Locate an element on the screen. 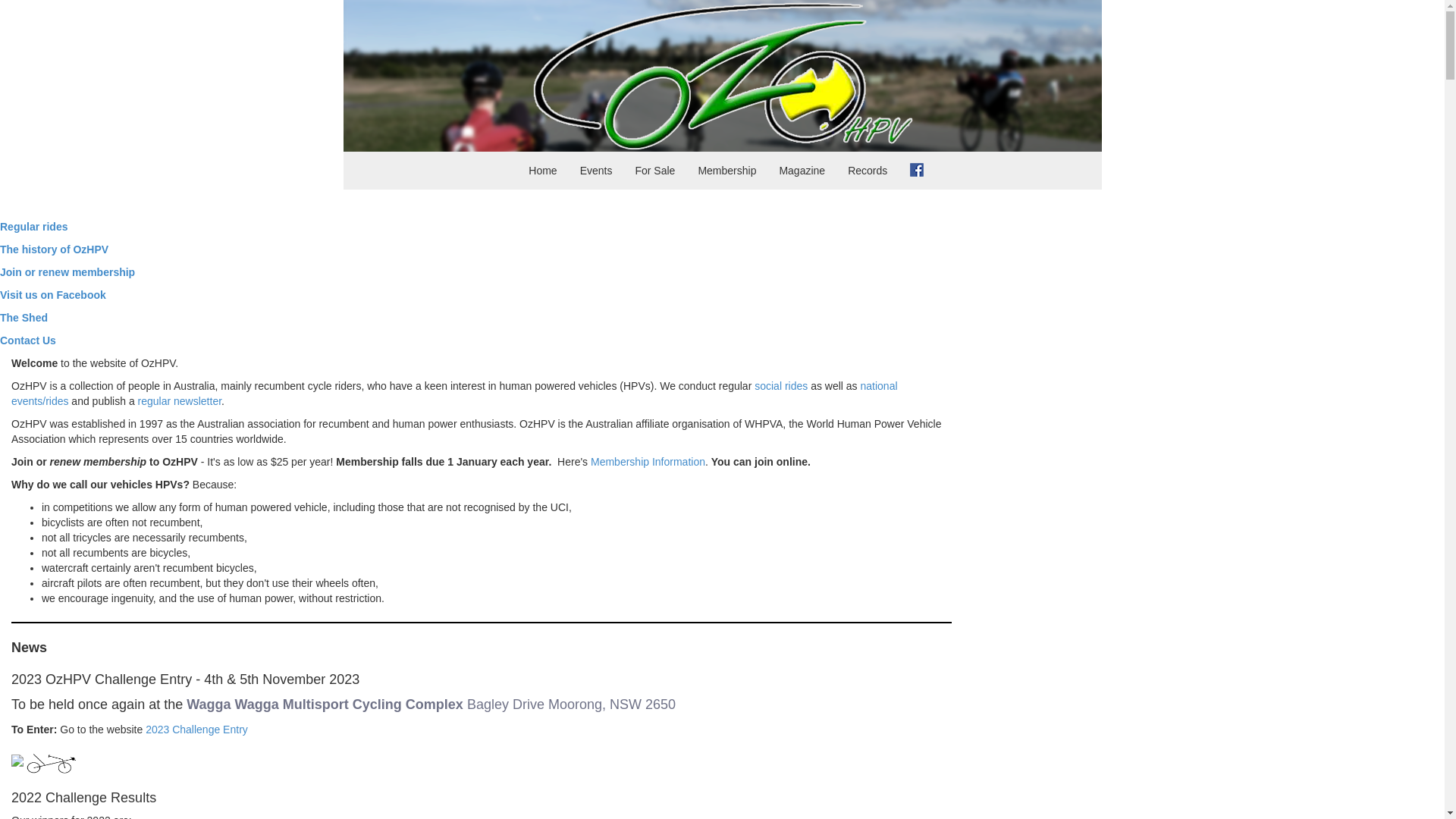 The width and height of the screenshot is (1456, 819). 'Records' is located at coordinates (867, 170).